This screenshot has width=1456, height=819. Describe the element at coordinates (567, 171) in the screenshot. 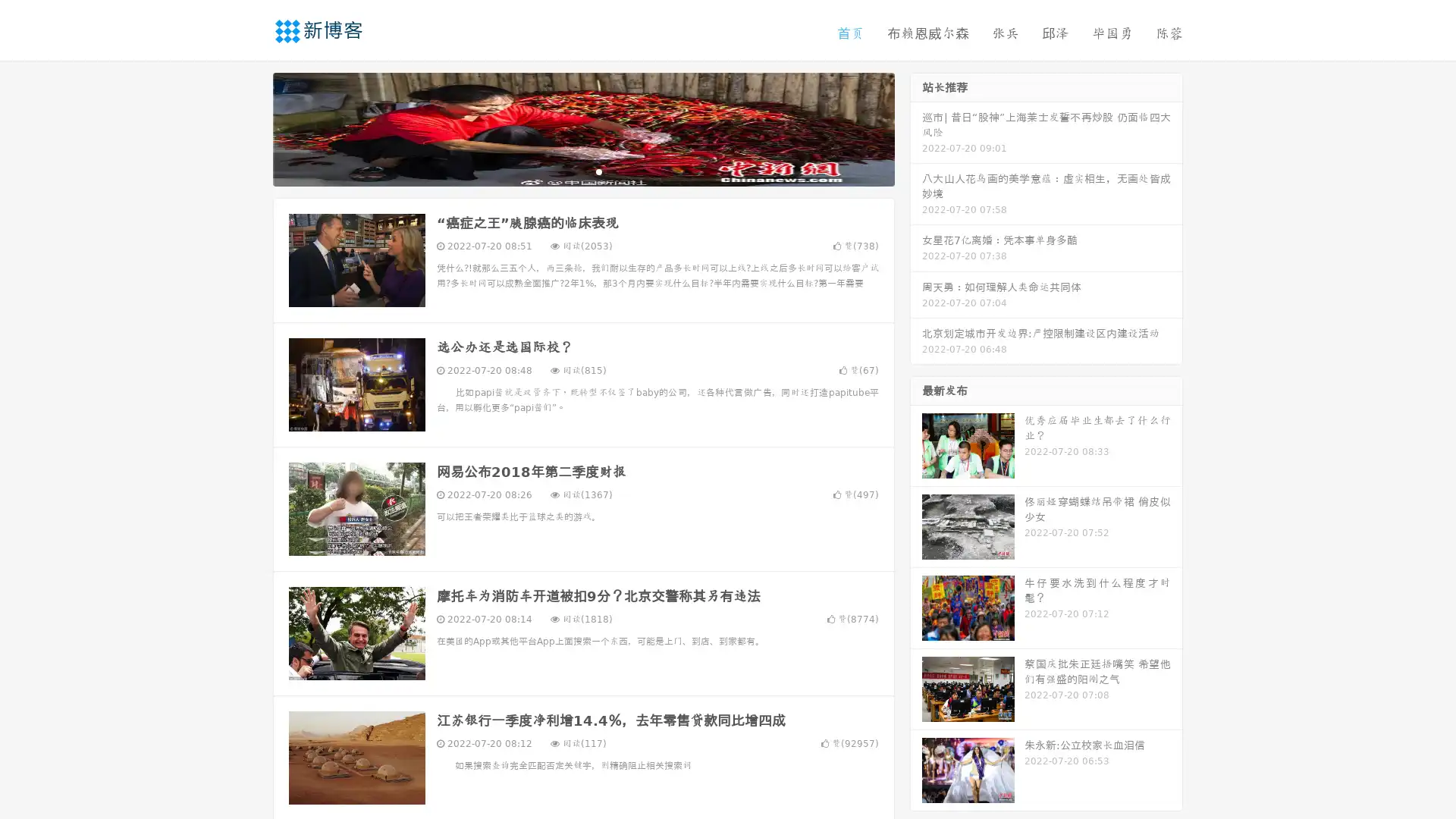

I see `Go to slide 1` at that location.